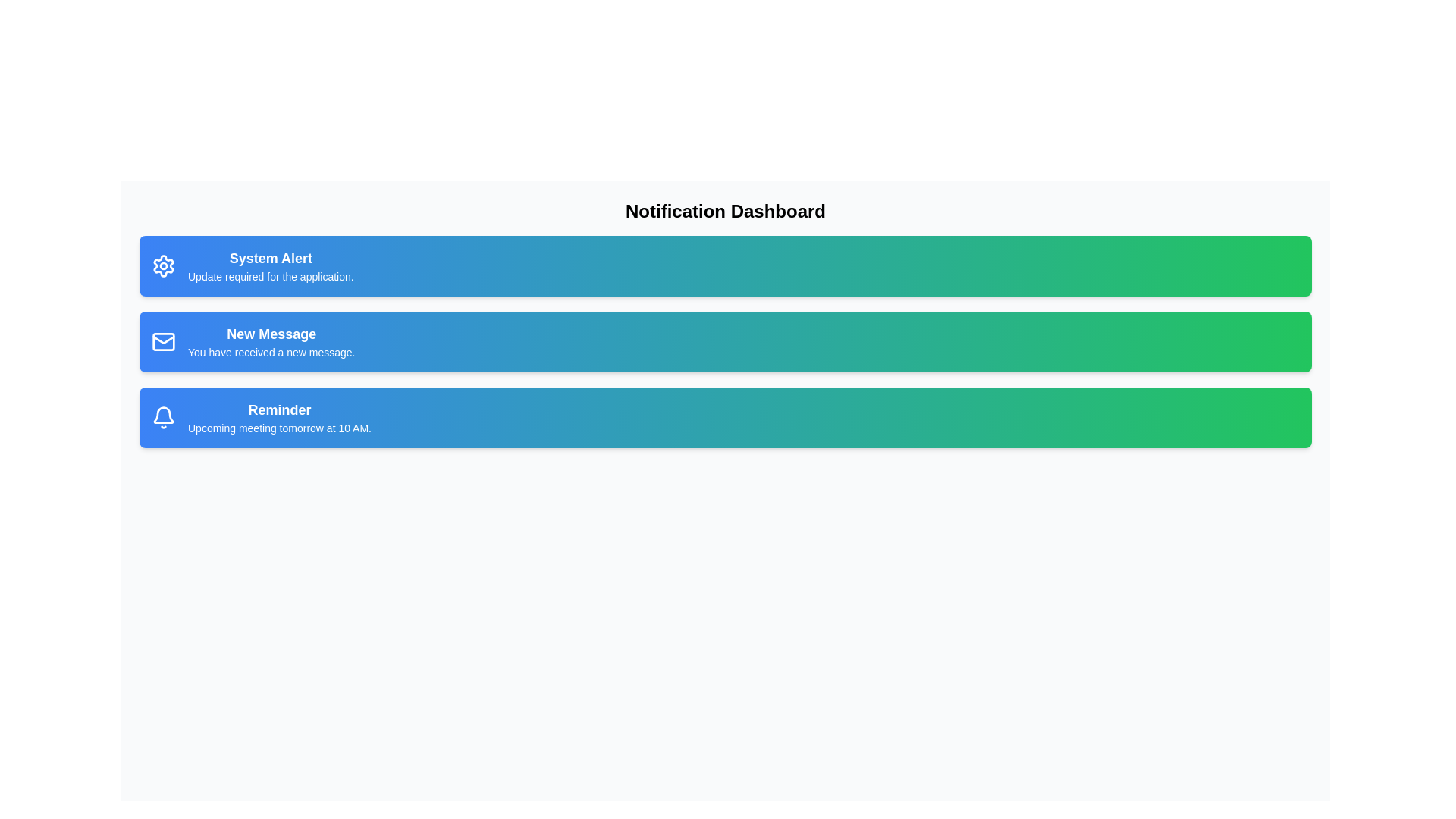 Image resolution: width=1456 pixels, height=819 pixels. What do you see at coordinates (724, 211) in the screenshot?
I see `the title 'Notification Dashboard'` at bounding box center [724, 211].